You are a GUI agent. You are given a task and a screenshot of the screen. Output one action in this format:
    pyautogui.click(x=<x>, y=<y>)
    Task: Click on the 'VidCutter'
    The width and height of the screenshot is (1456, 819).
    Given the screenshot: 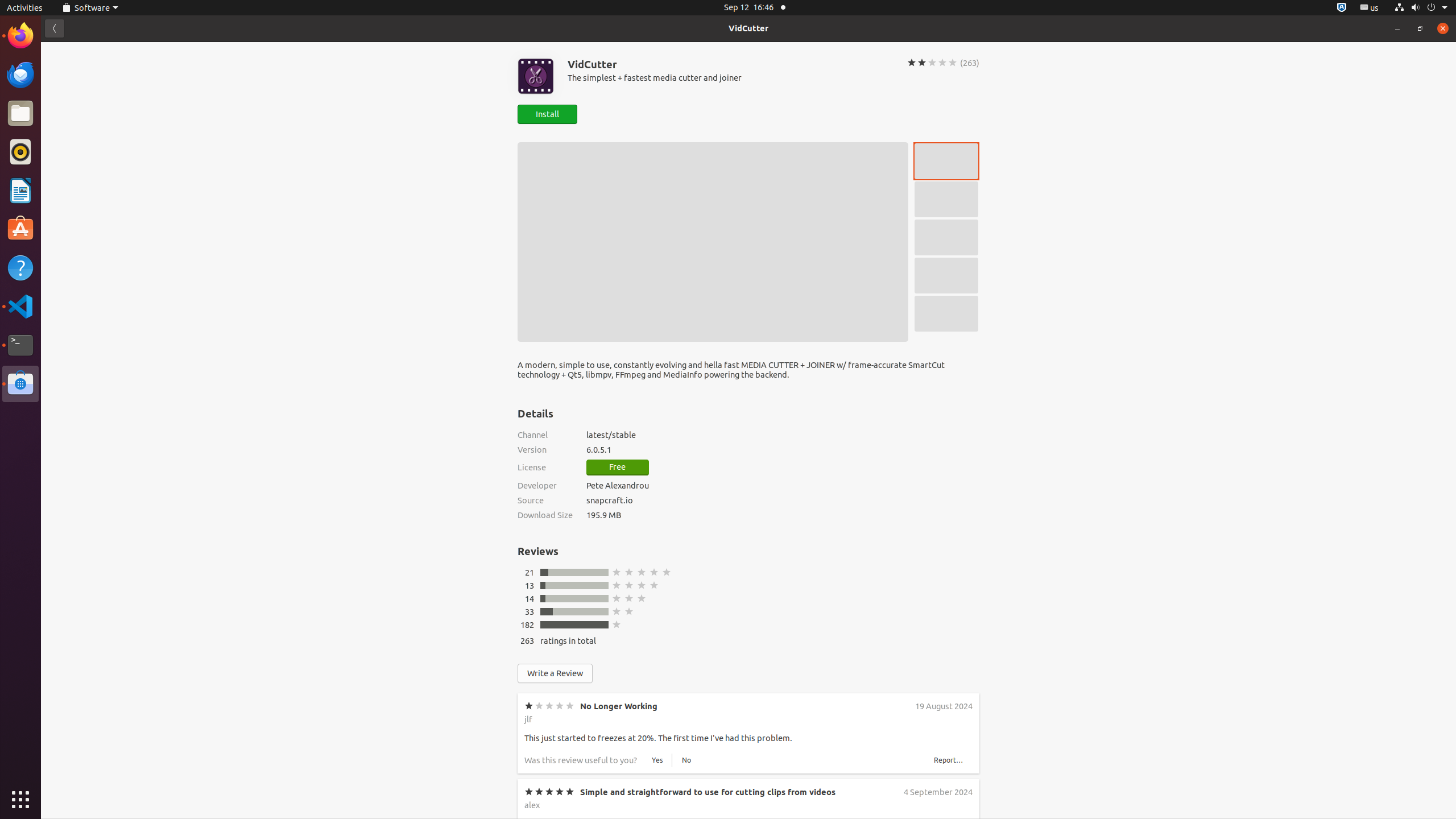 What is the action you would take?
    pyautogui.click(x=748, y=28)
    